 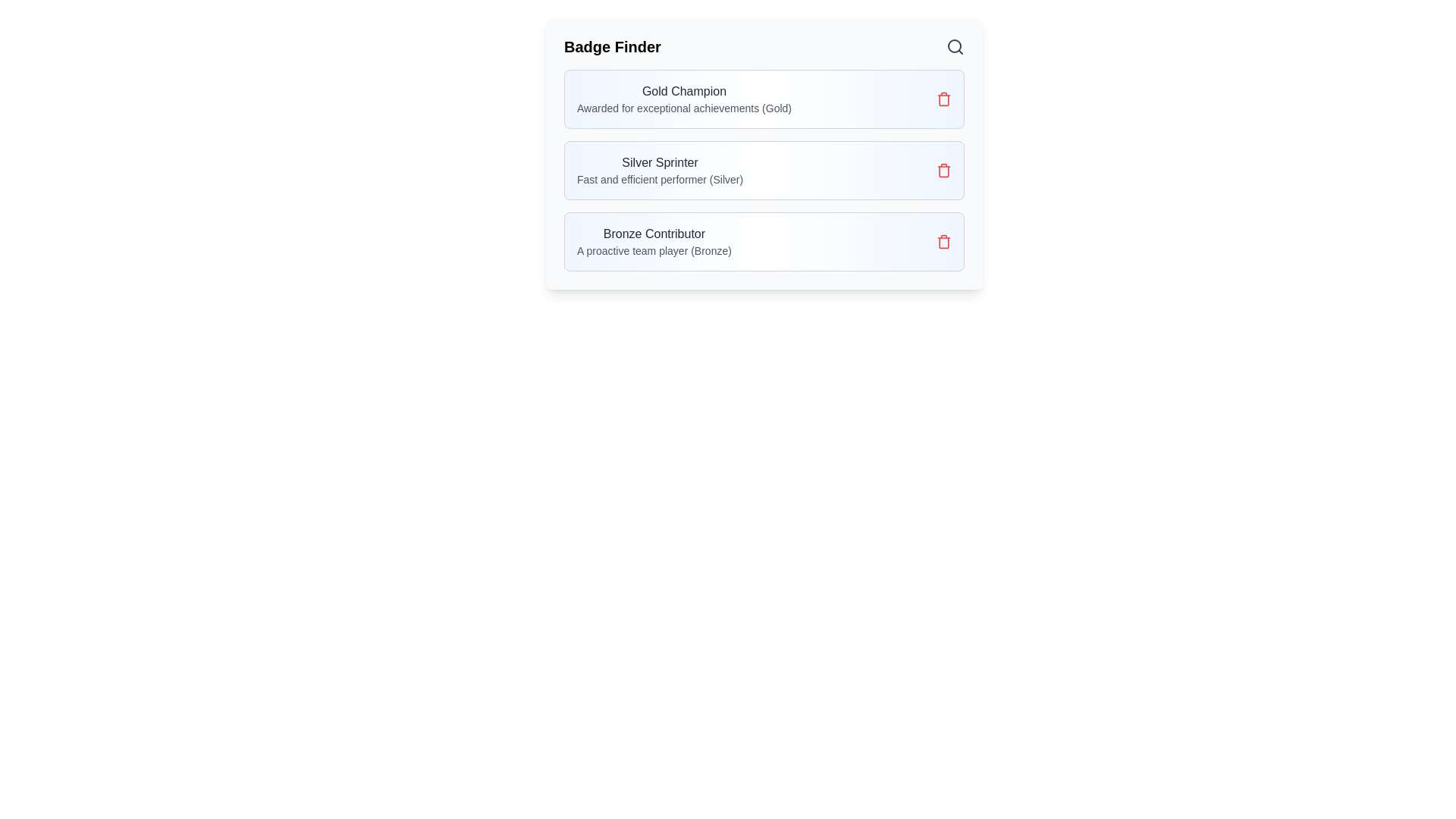 What do you see at coordinates (954, 45) in the screenshot?
I see `the search or filter toggle icon button located at the top-right corner within the 'Badge Finder' section to initiate a search` at bounding box center [954, 45].